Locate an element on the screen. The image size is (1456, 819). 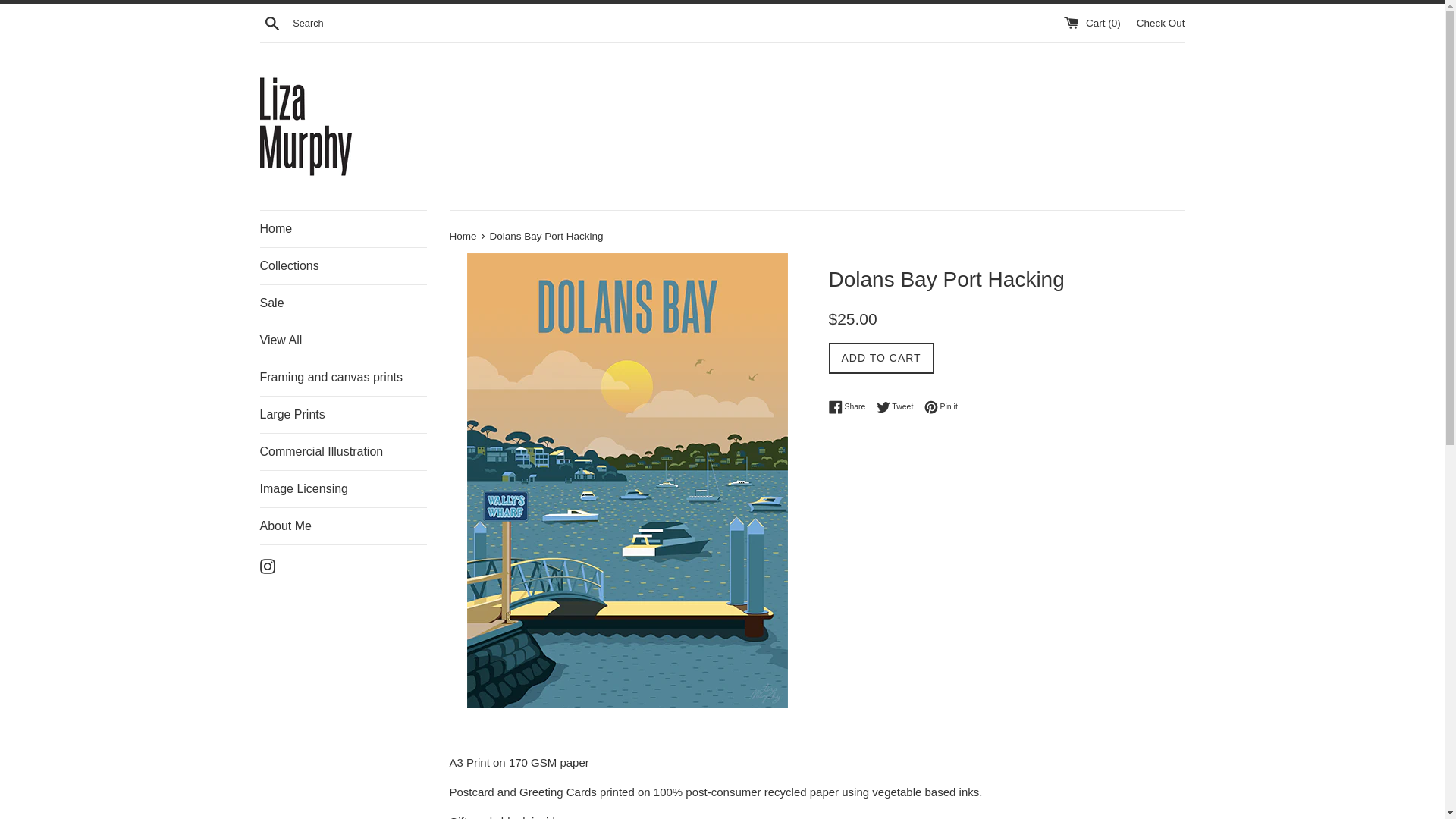
'About Me' is located at coordinates (341, 526).